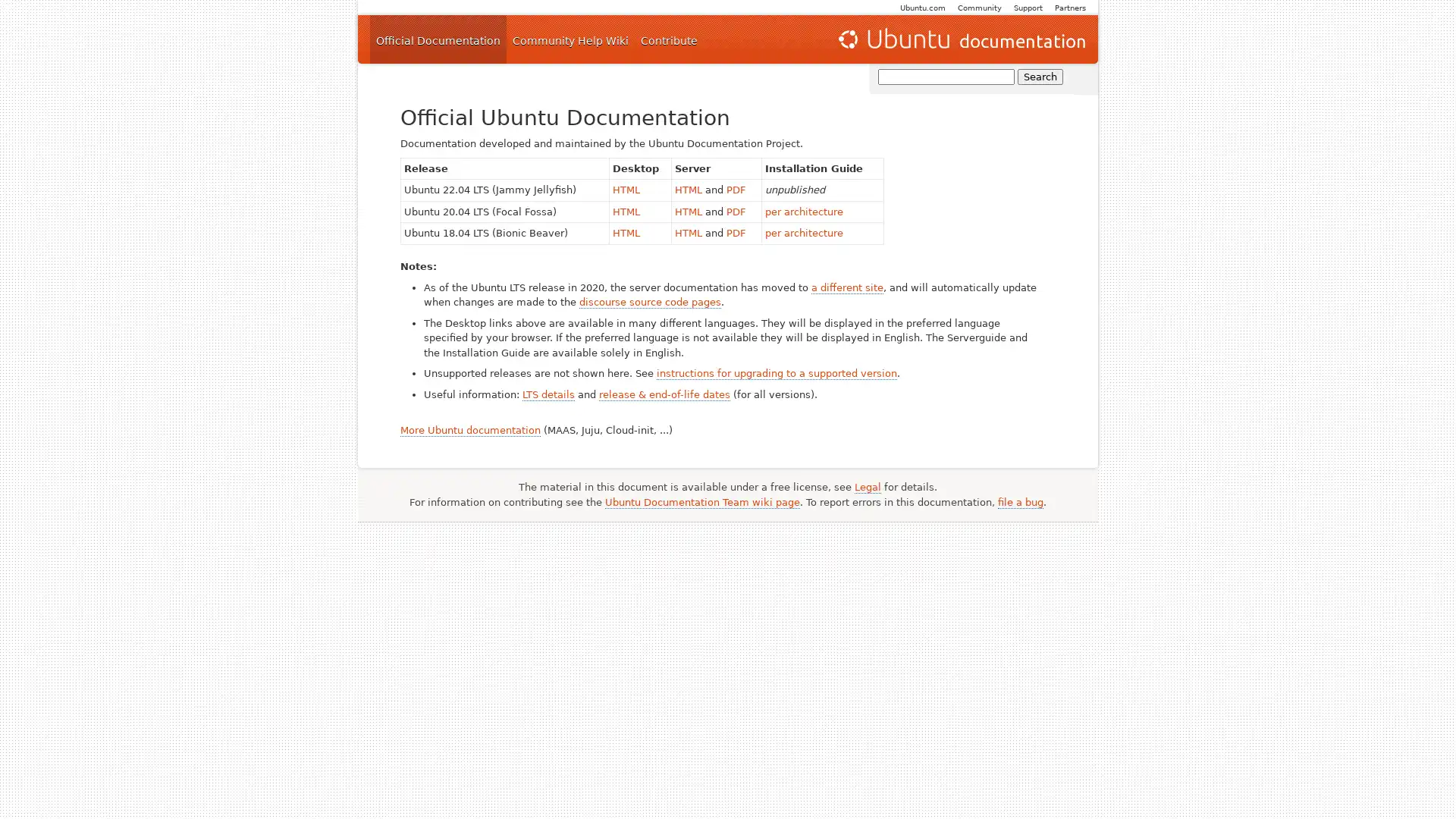 The image size is (1456, 819). What do you see at coordinates (1040, 77) in the screenshot?
I see `Search` at bounding box center [1040, 77].